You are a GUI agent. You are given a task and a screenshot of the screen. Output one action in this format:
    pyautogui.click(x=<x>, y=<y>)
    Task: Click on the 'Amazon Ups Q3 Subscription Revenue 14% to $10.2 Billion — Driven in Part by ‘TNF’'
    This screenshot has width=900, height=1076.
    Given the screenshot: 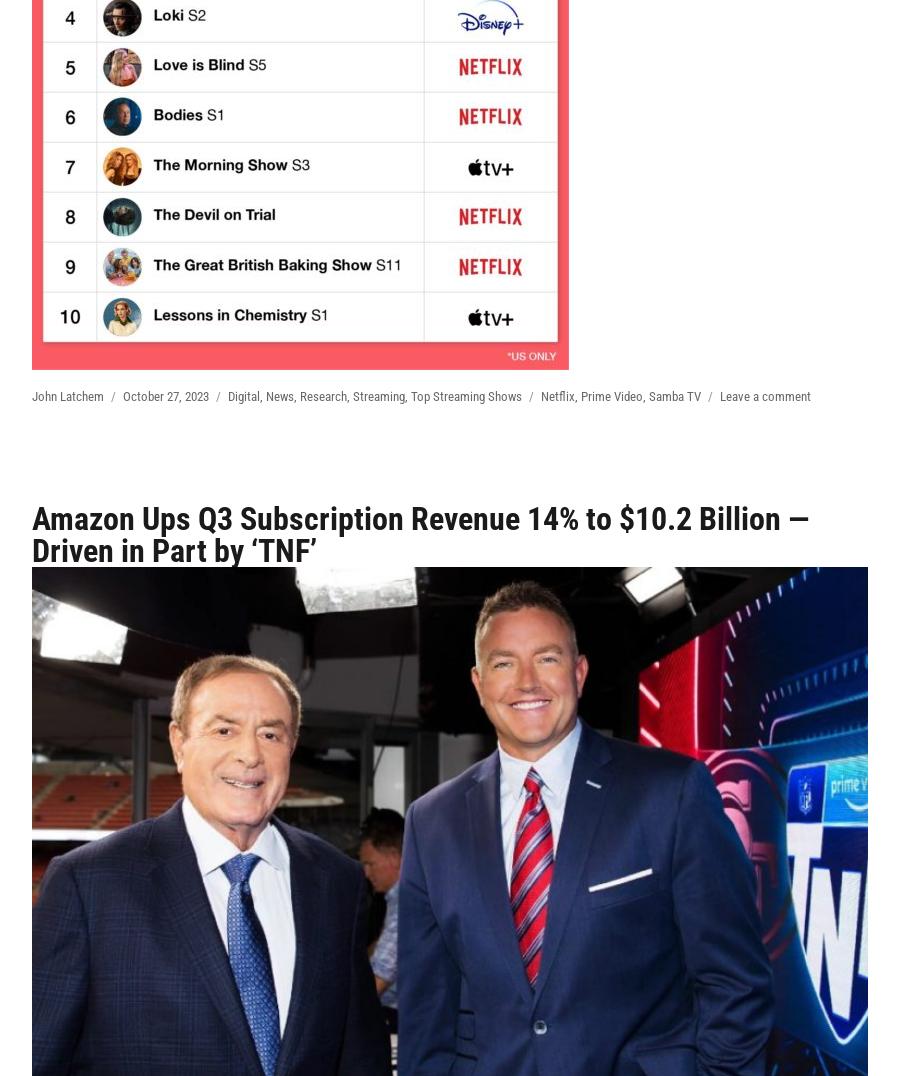 What is the action you would take?
    pyautogui.click(x=420, y=534)
    